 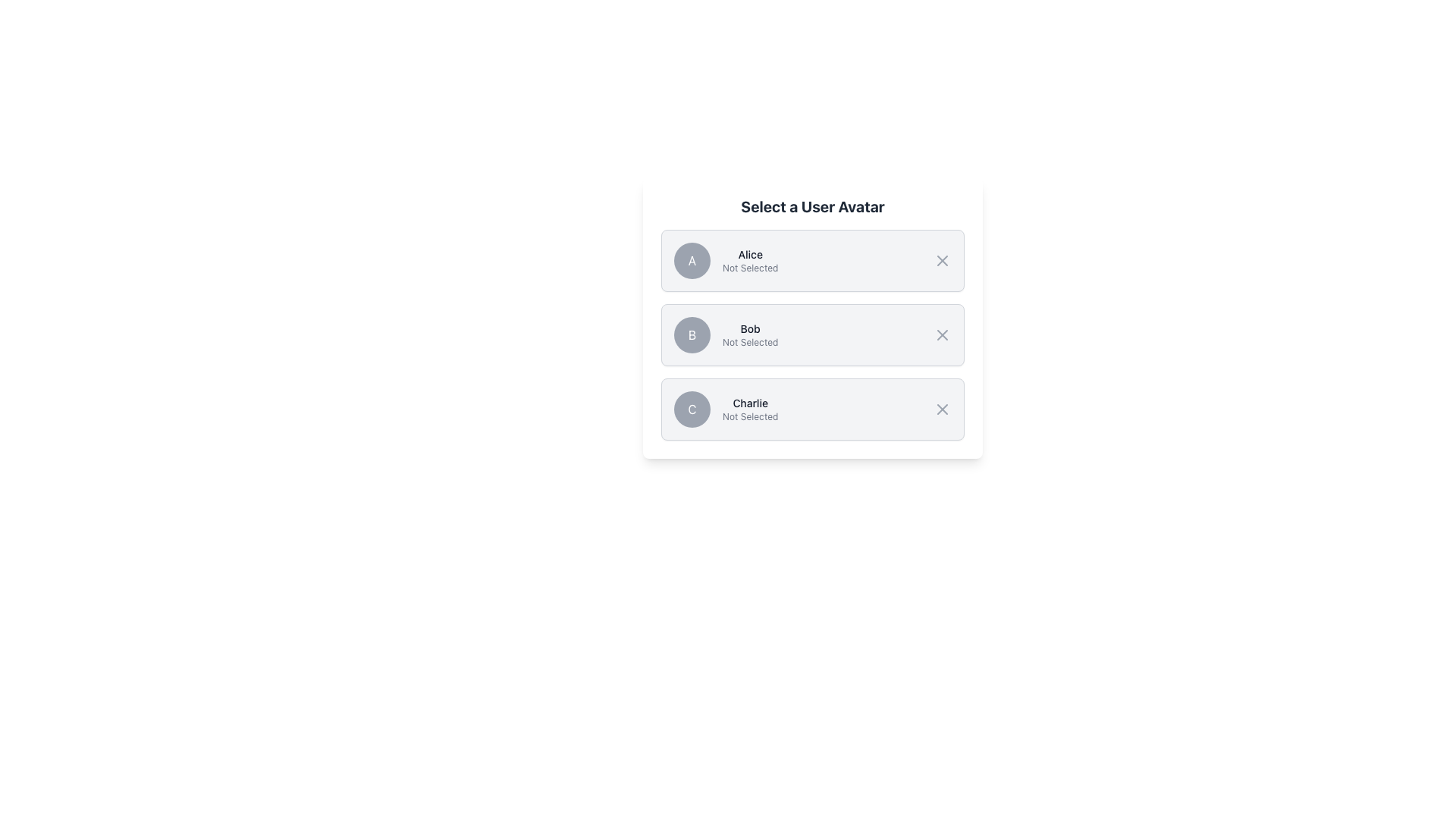 I want to click on the static text label indicating the name 'Alice', which is the first line of text under the 'Select a User Avatar' header, located to the right of the avatar icon labeled 'A', so click(x=750, y=253).